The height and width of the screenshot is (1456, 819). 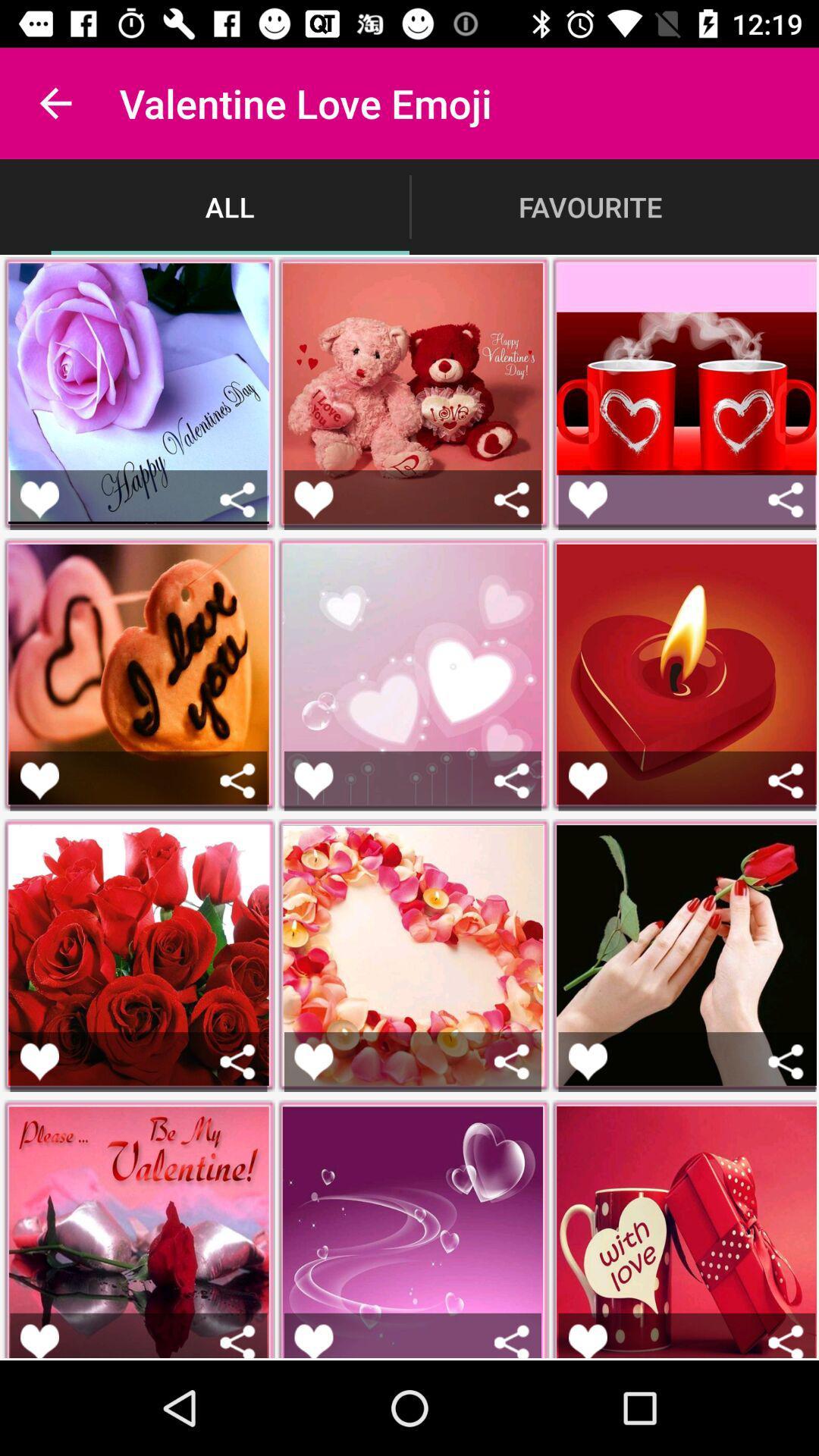 I want to click on to favorites, so click(x=312, y=1061).